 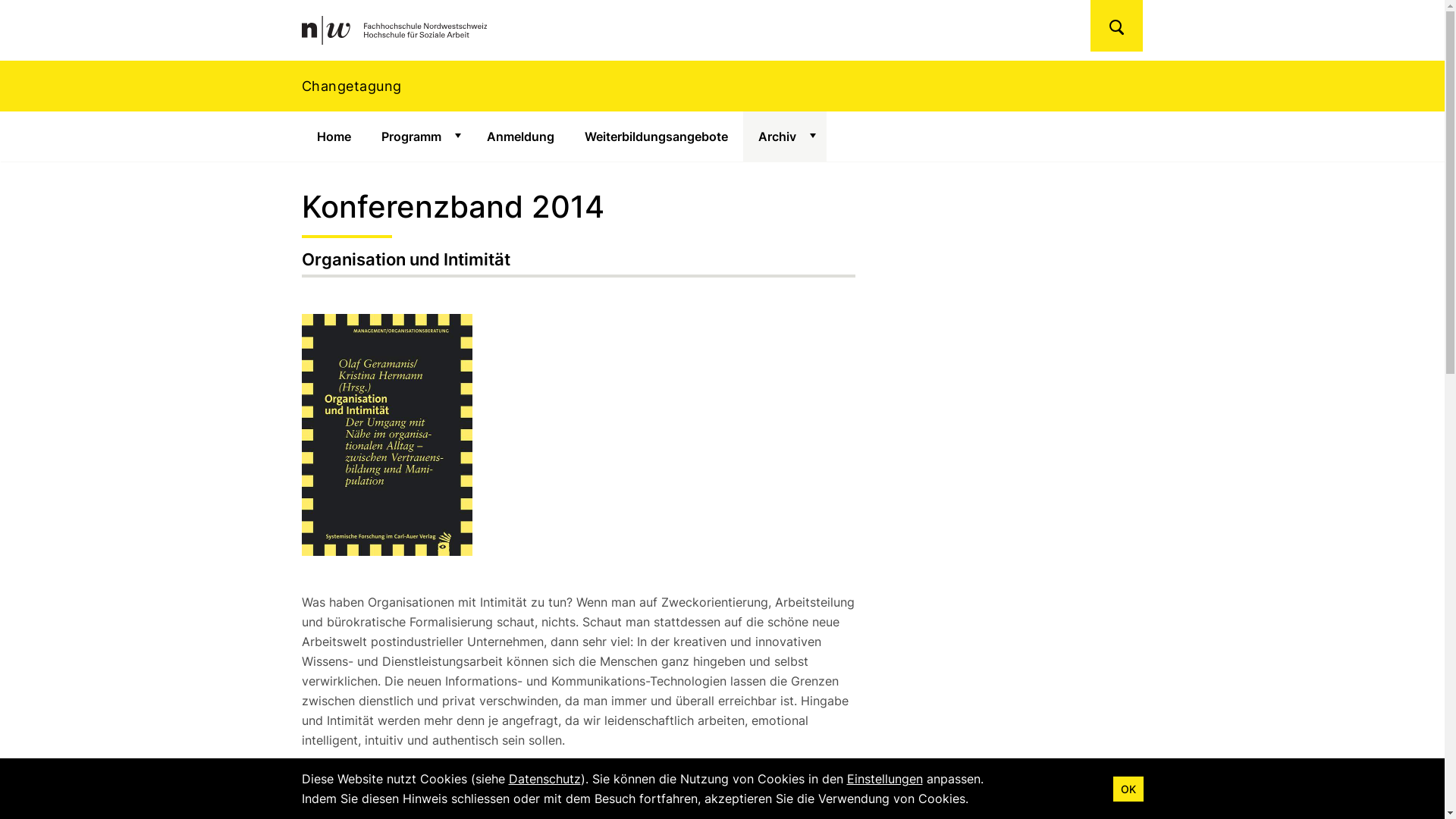 I want to click on 'Anmeldung', so click(x=520, y=136).